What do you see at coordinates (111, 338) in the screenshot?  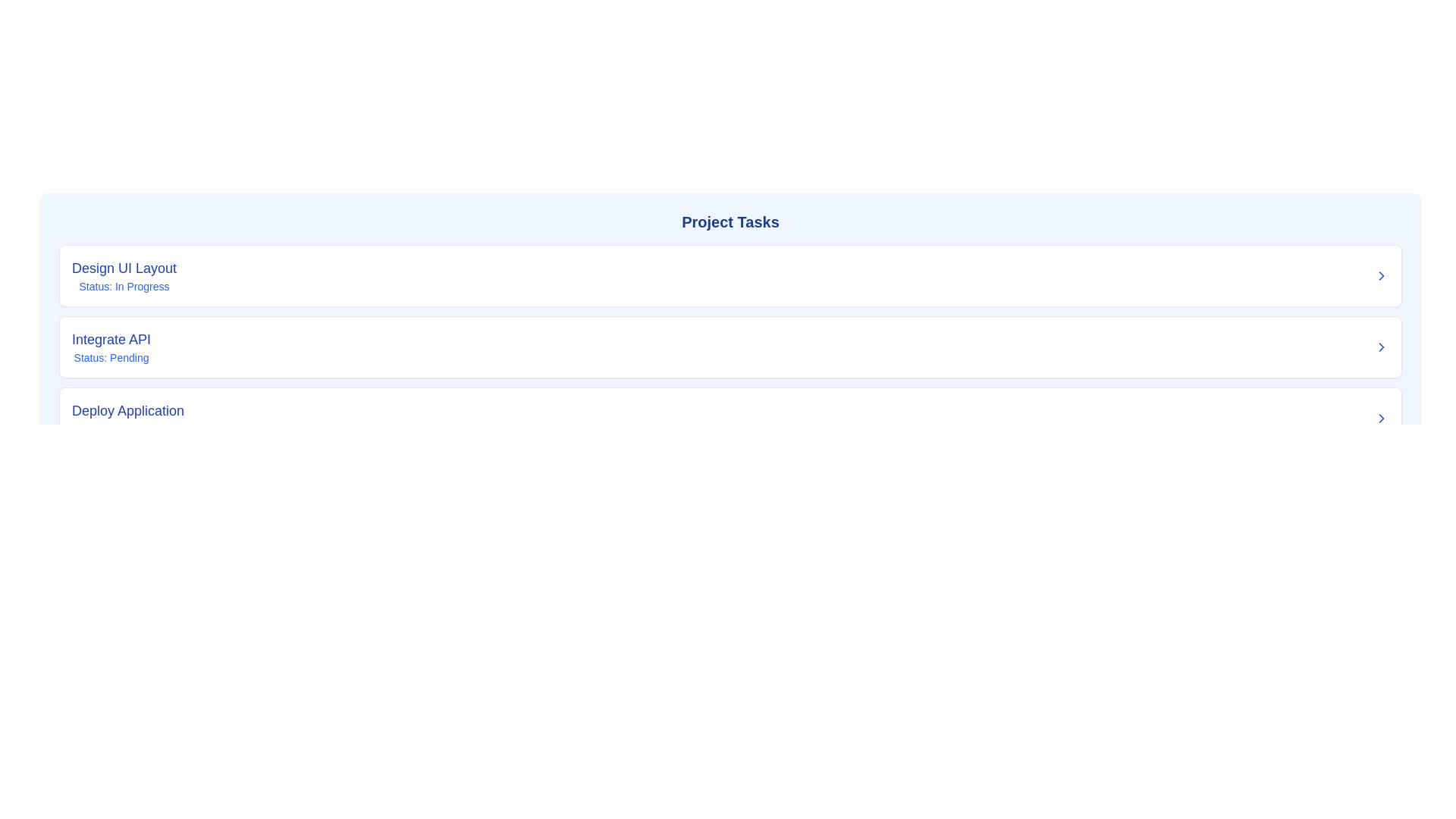 I see `the text element reading 'Integrate API'` at bounding box center [111, 338].